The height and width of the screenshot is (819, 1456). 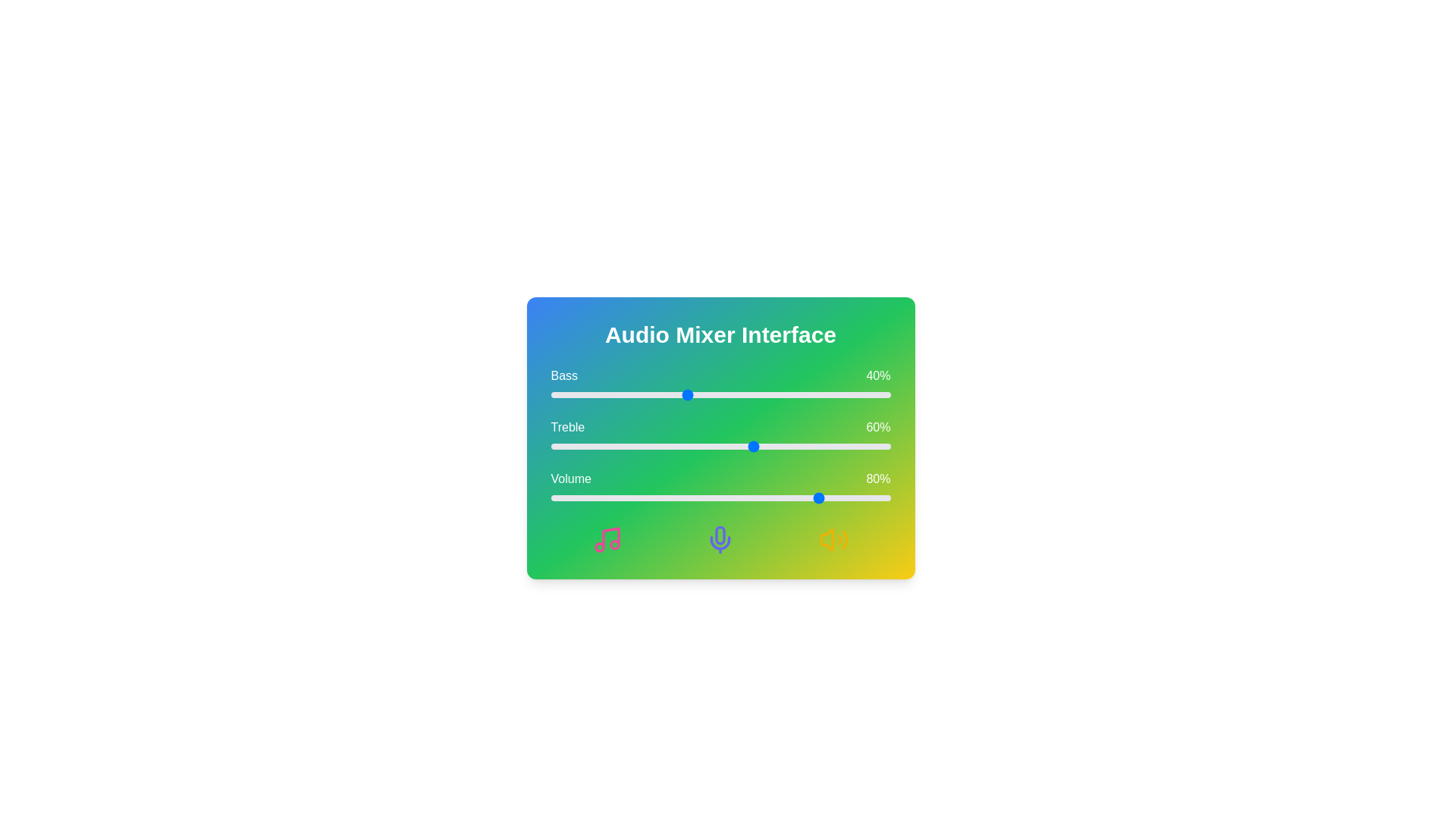 What do you see at coordinates (744, 394) in the screenshot?
I see `the Bass level slider to 57%` at bounding box center [744, 394].